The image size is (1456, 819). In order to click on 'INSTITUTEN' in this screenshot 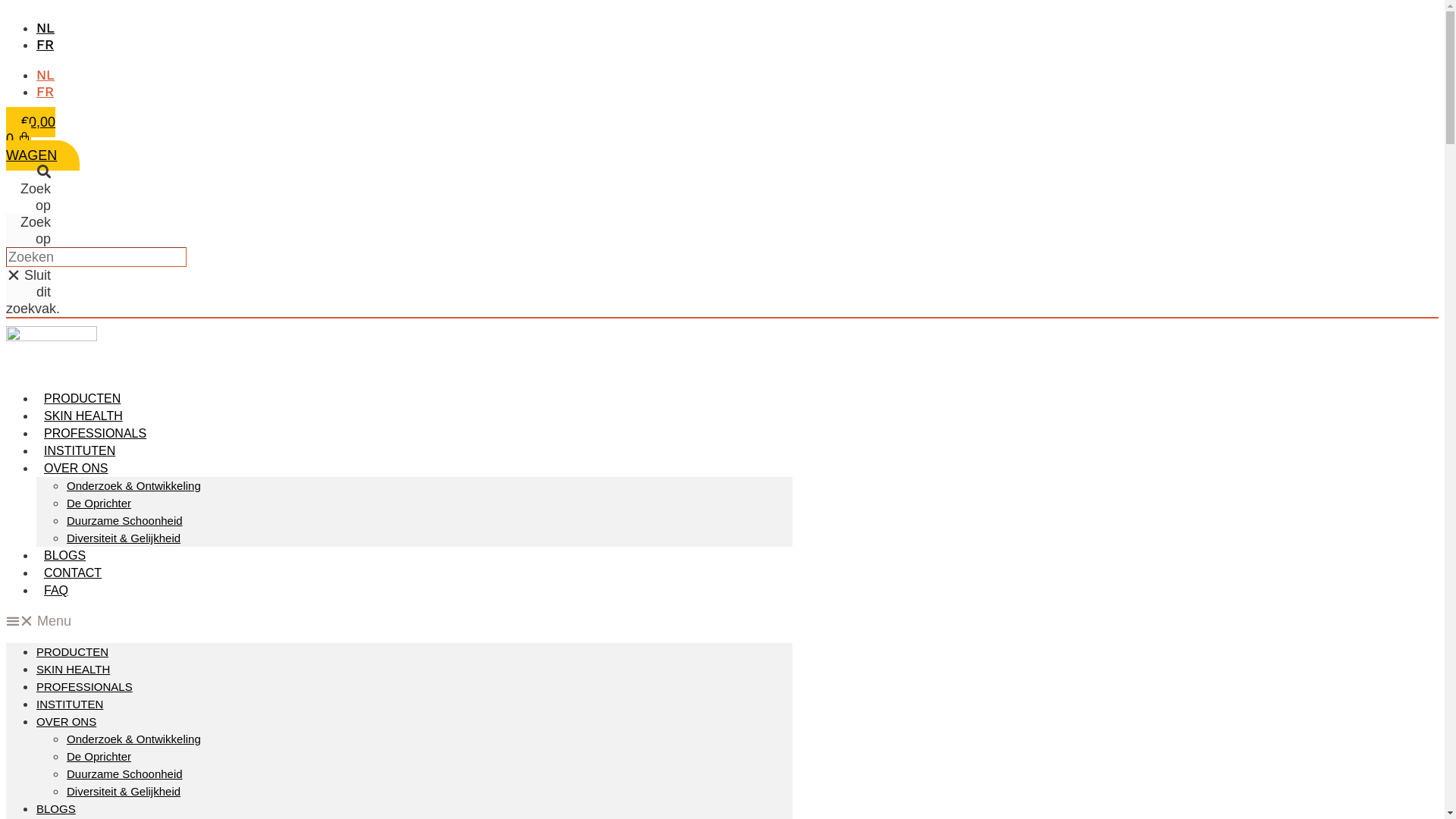, I will do `click(79, 450)`.